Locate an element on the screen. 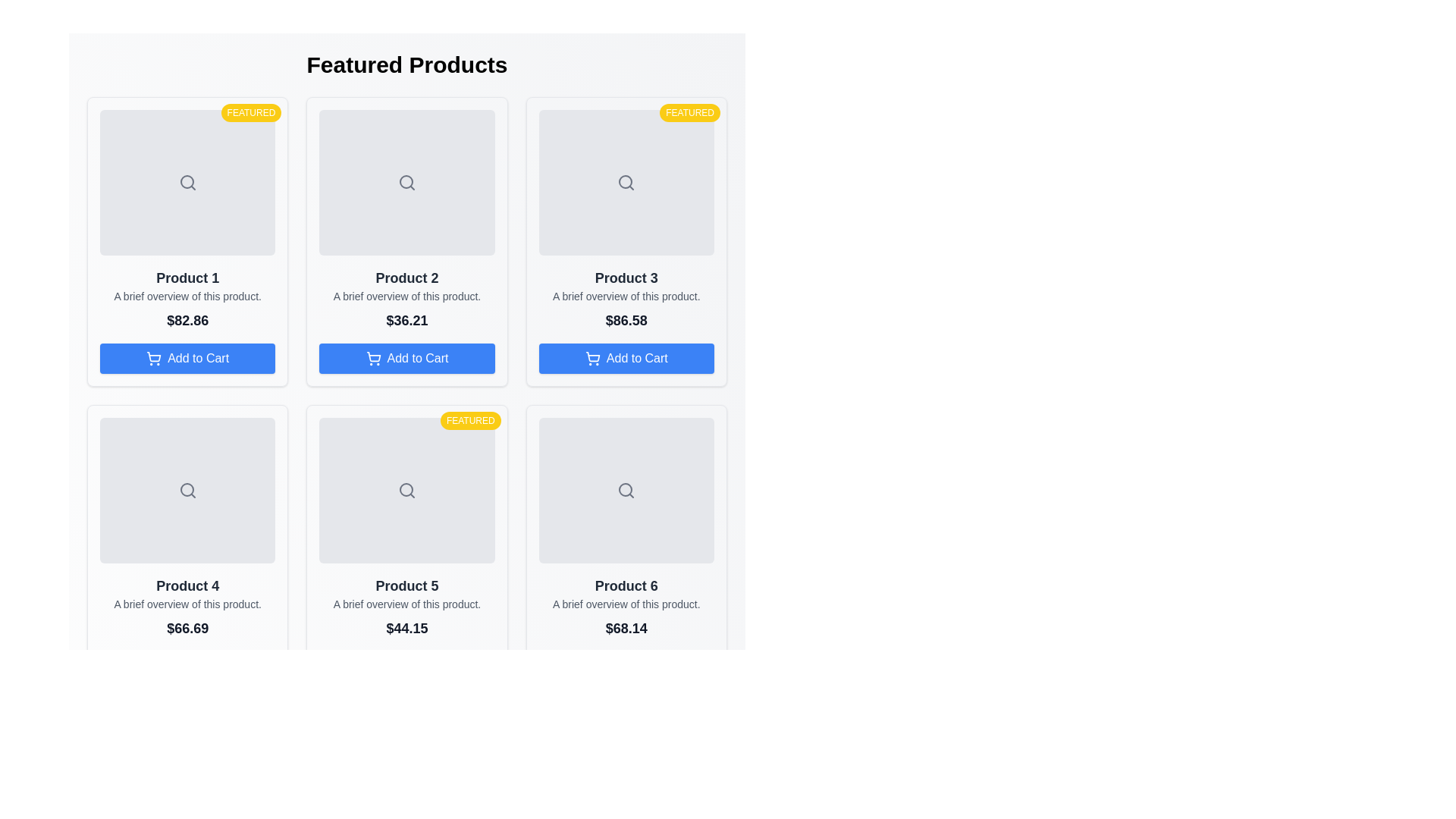  the price text label displaying '$36.21' located in the center column of the 'Product 2' card, positioned above the 'Add to Cart' button is located at coordinates (407, 320).